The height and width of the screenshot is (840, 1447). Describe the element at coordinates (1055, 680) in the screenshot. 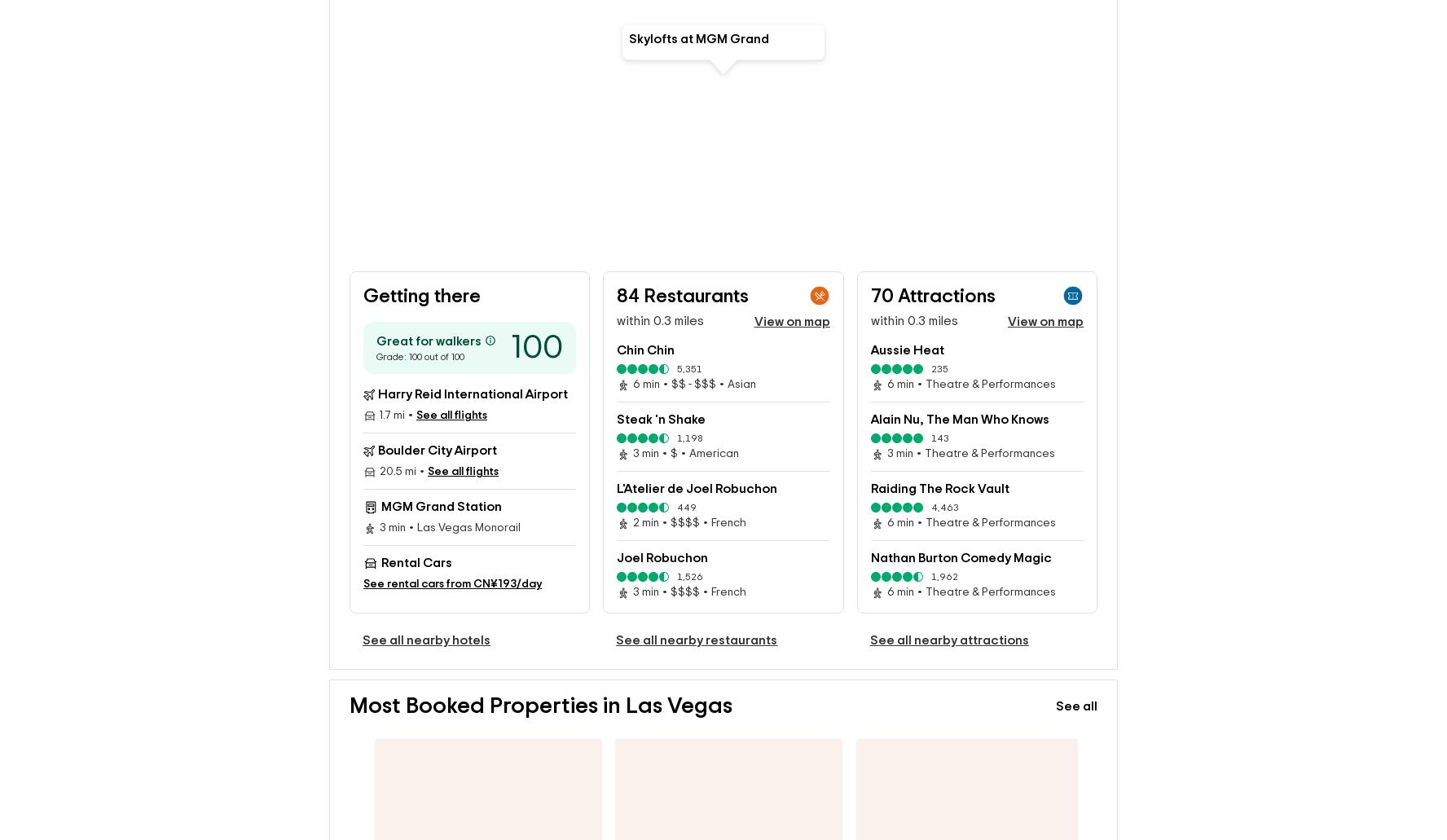

I see `'See all'` at that location.